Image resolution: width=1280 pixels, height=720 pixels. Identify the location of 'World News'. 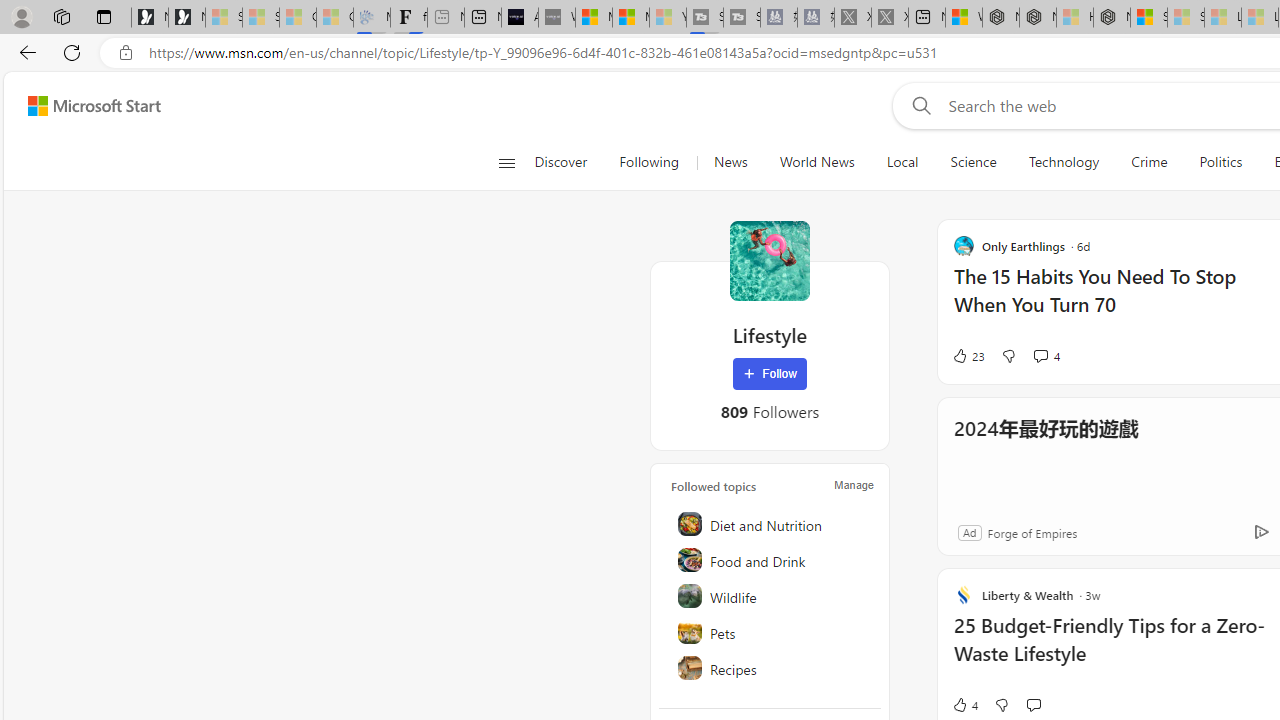
(816, 162).